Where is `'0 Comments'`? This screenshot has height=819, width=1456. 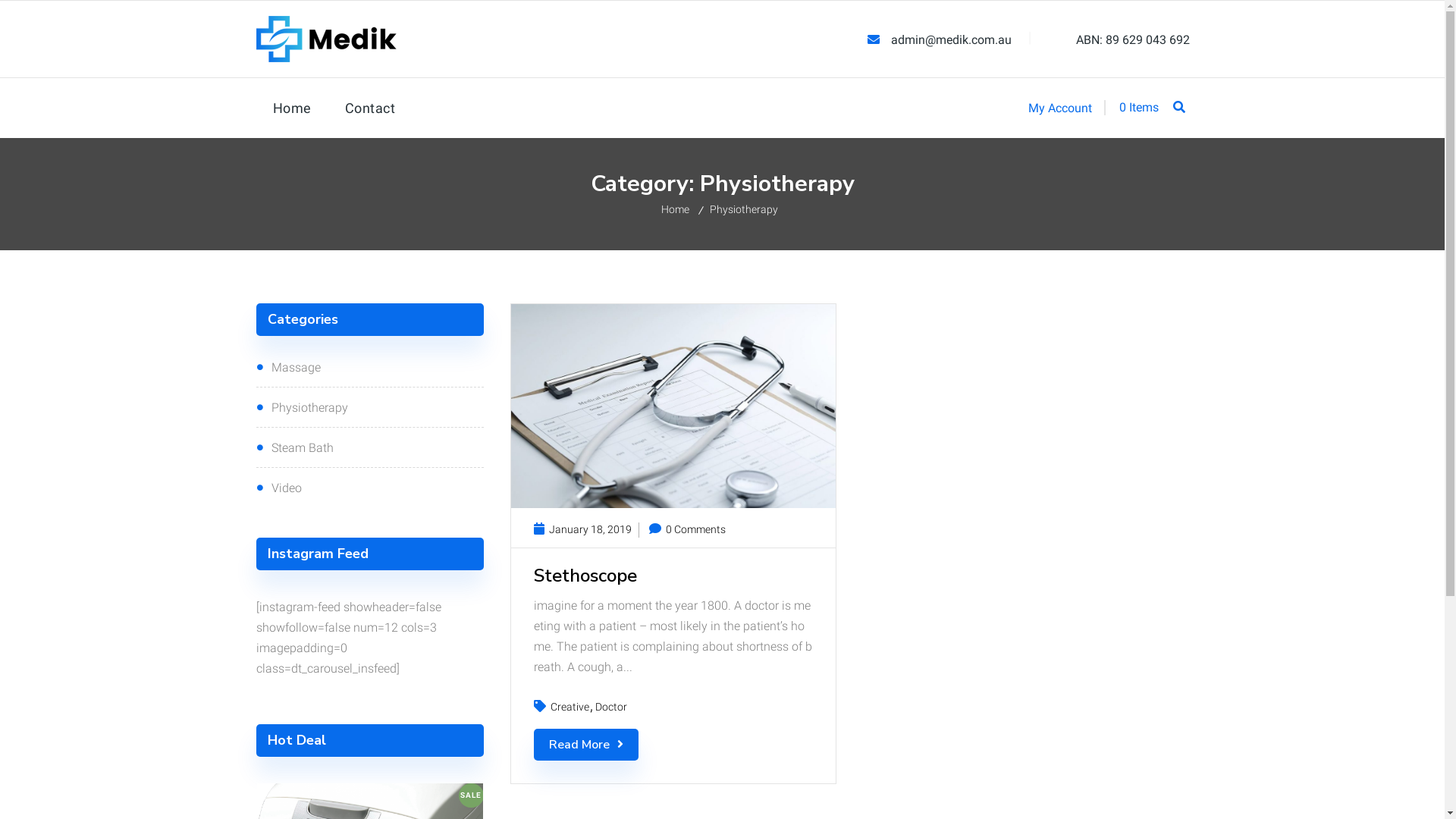 '0 Comments' is located at coordinates (686, 529).